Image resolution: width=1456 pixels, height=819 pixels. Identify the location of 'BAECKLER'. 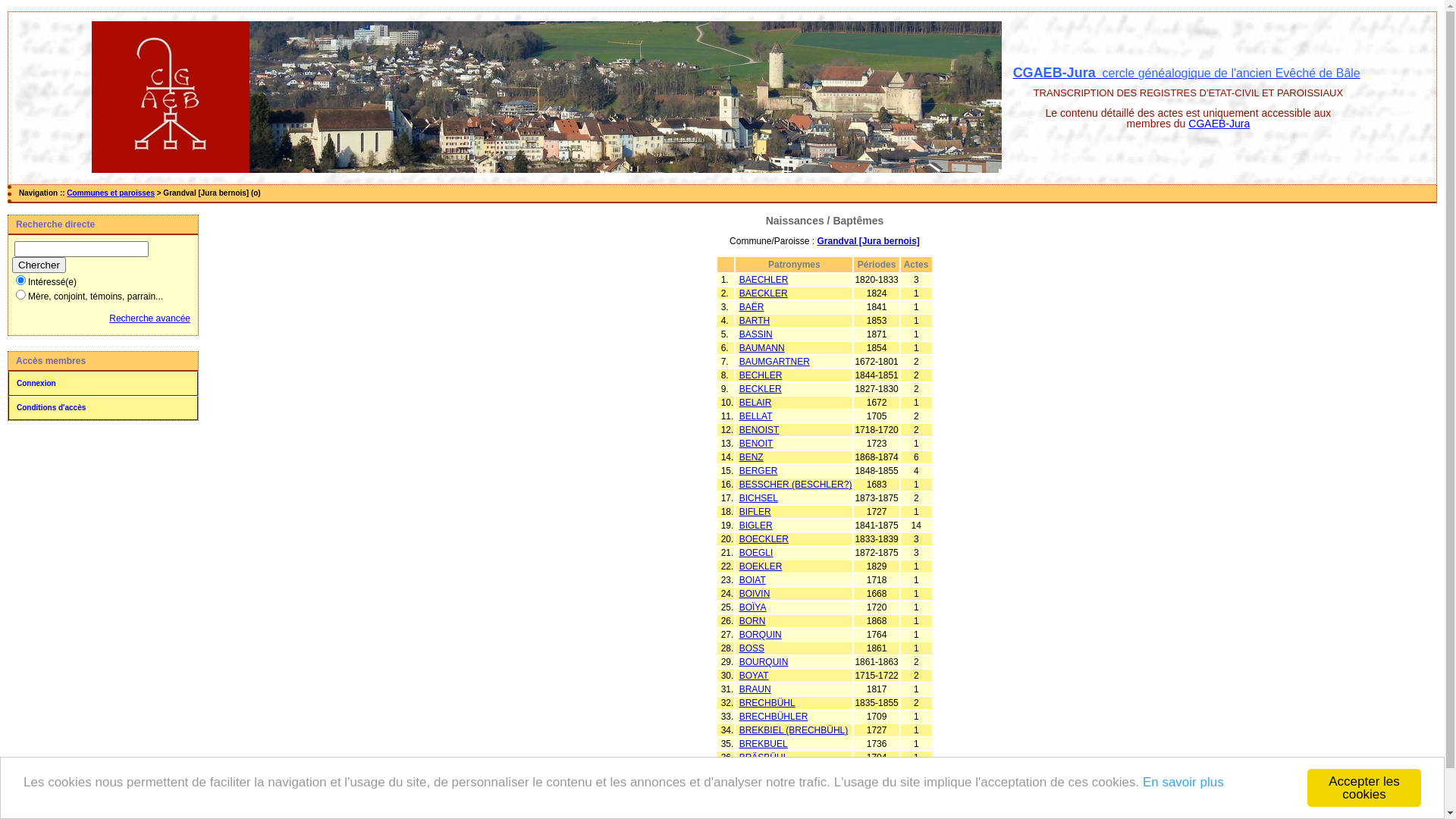
(764, 293).